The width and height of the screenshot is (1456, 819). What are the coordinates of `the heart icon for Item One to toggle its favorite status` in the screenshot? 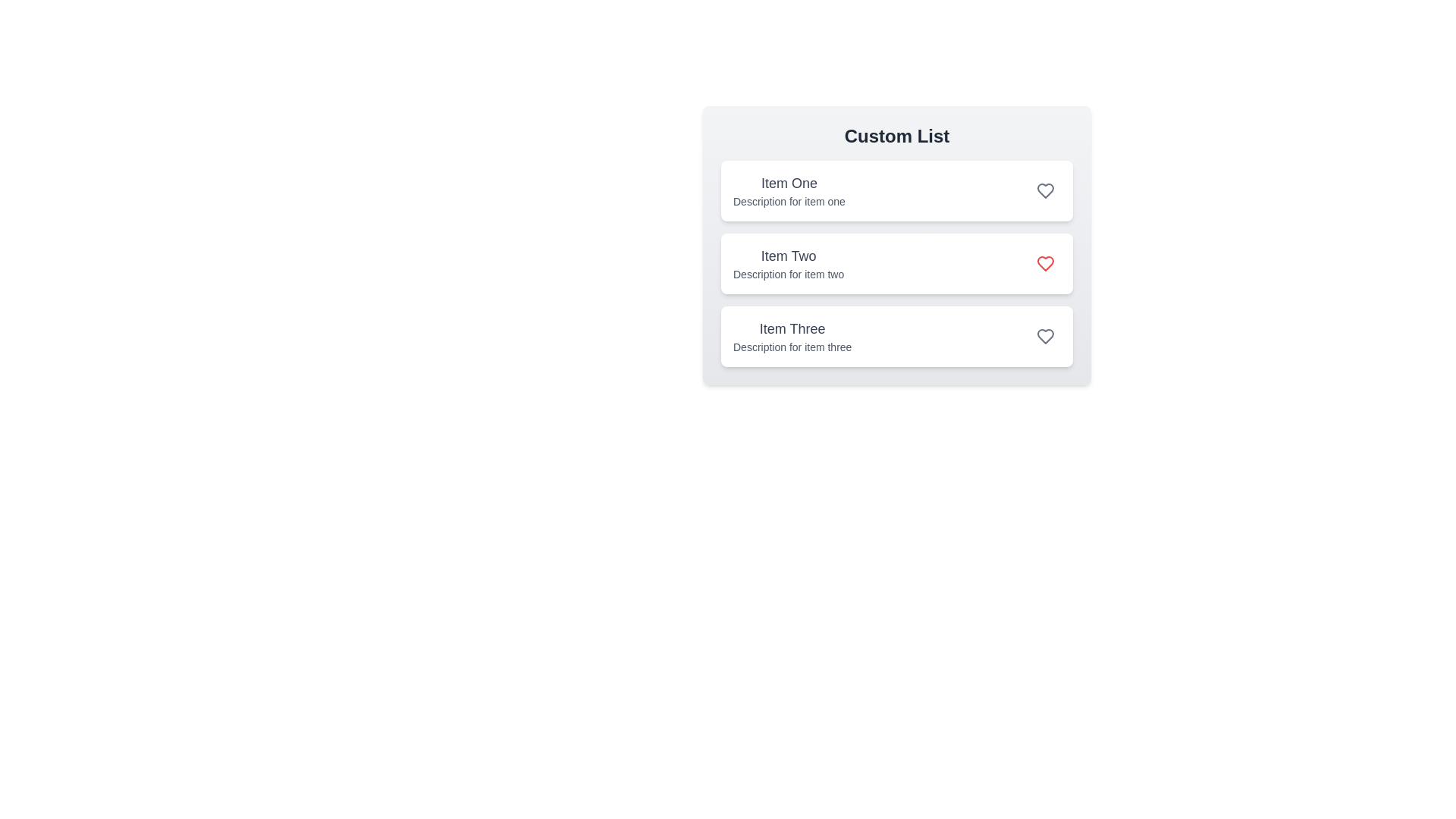 It's located at (1044, 190).